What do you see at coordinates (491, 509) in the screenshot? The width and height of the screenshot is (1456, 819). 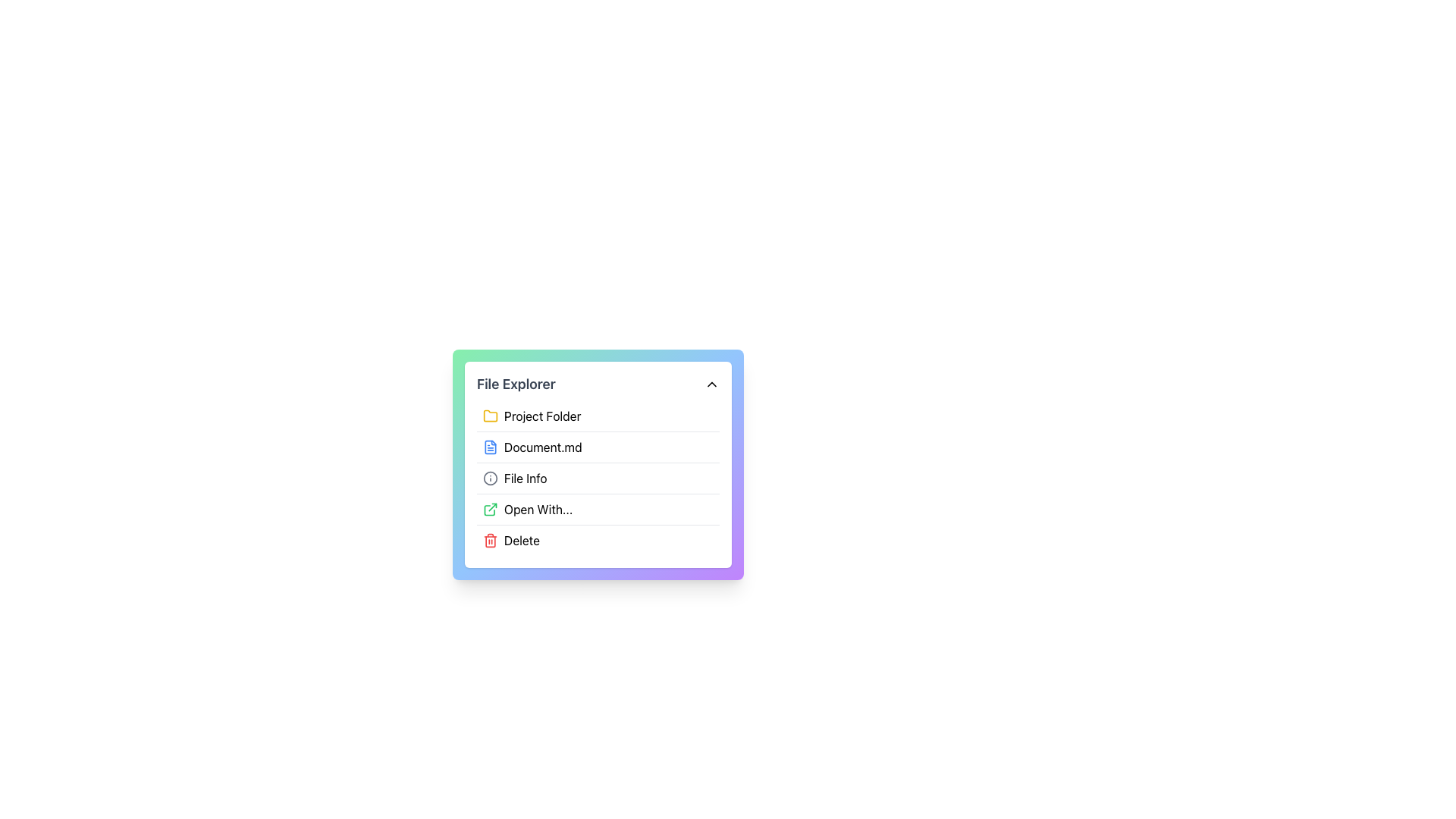 I see `the small green icon resembling an external link symbol, which is located to the left of the text 'Open With...' in the menu` at bounding box center [491, 509].